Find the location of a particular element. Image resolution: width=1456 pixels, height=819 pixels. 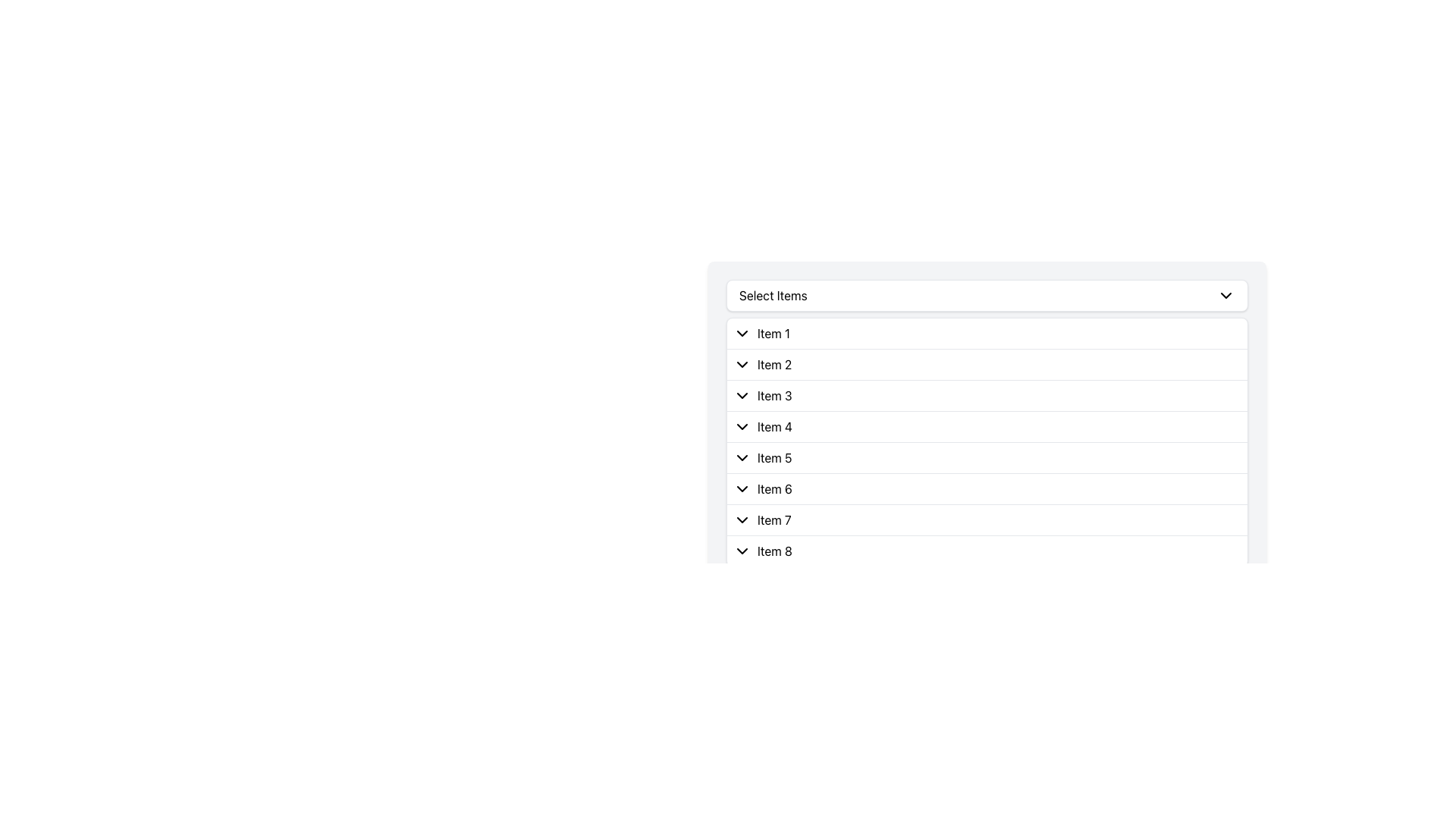

the text label displaying 'Item 7', which is positioned horizontally to the right of a downward-pointing chevron icon in the seventh row of the dropdown list is located at coordinates (774, 519).